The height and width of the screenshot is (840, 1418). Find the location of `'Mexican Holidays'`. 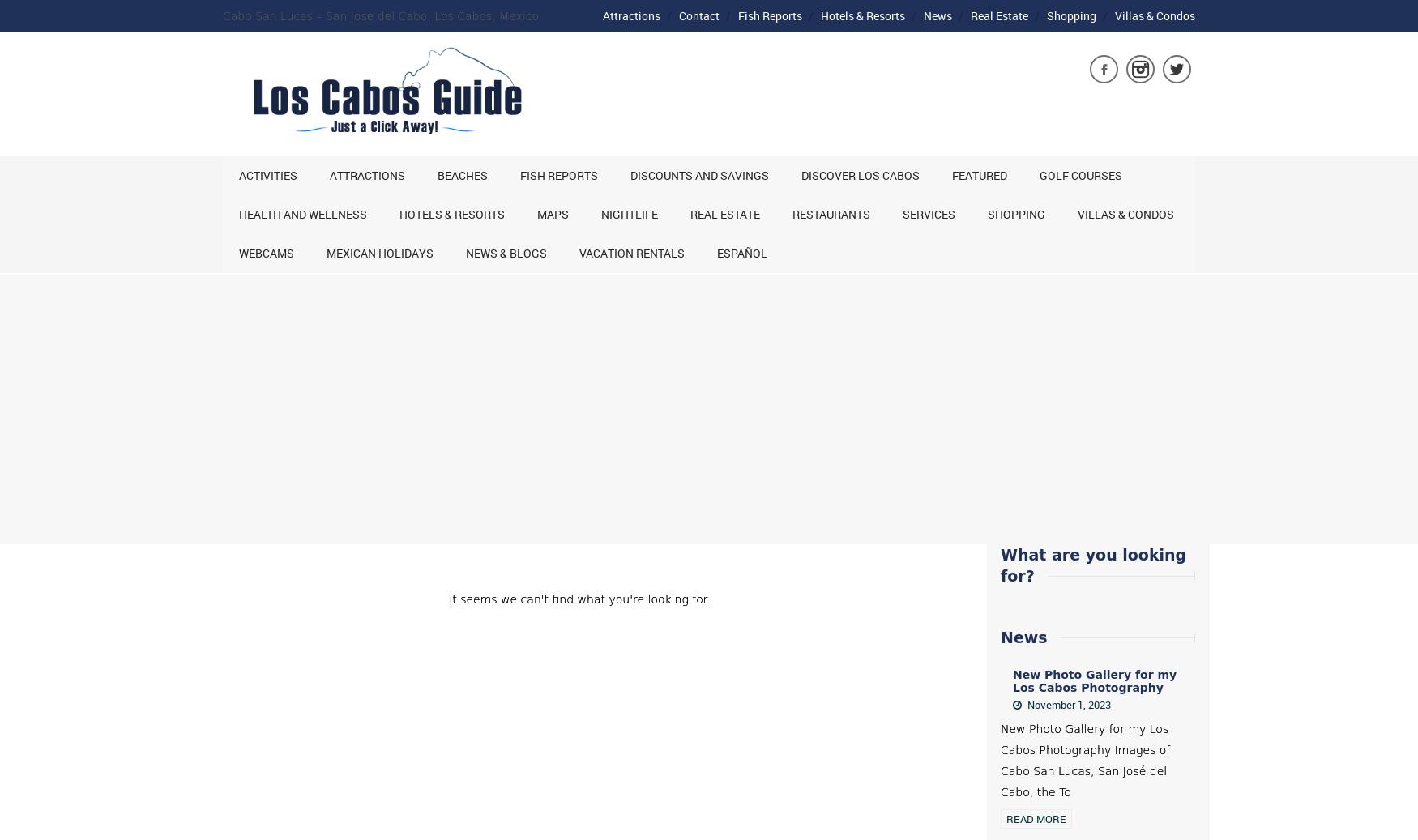

'Mexican Holidays' is located at coordinates (326, 252).